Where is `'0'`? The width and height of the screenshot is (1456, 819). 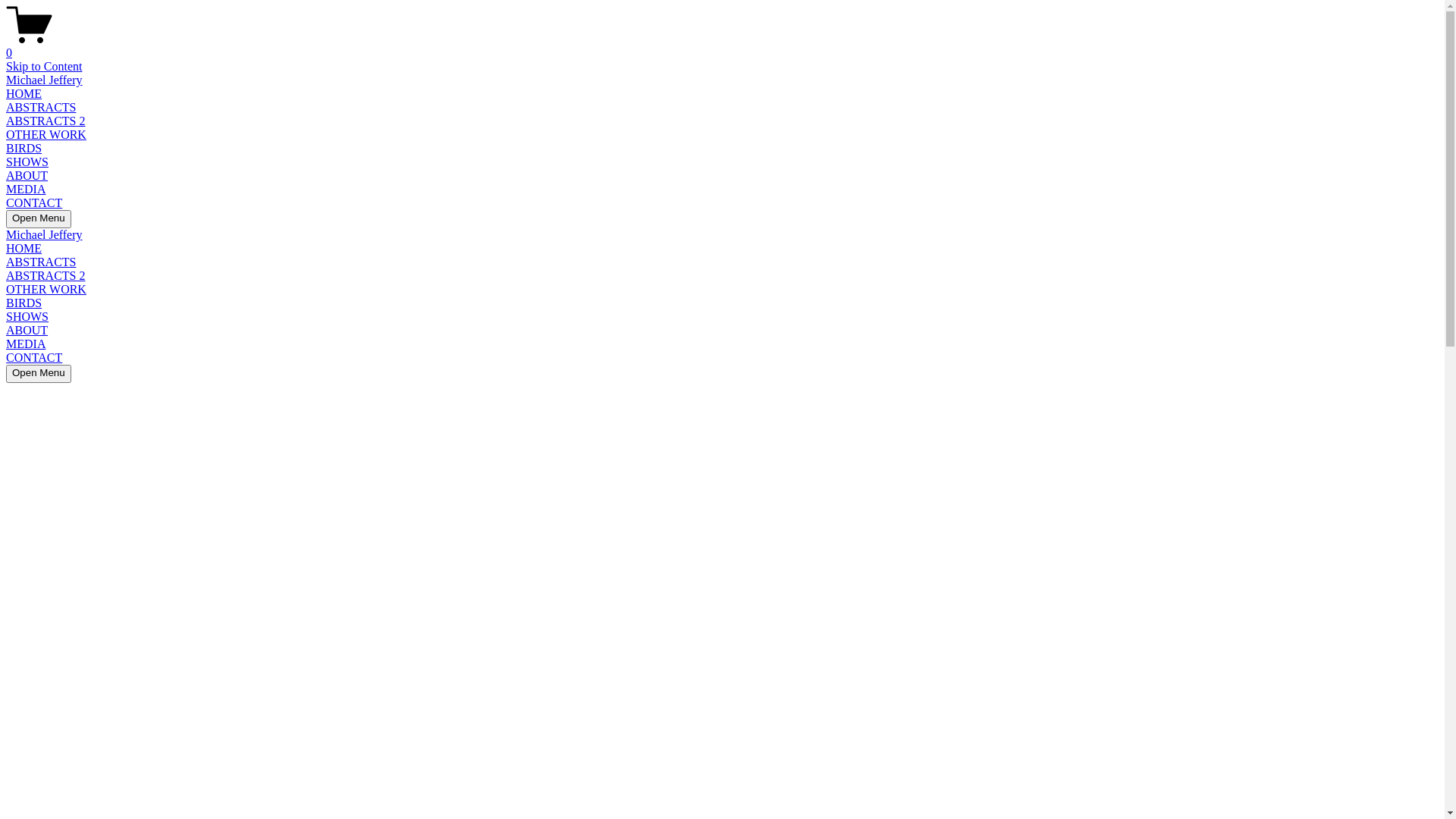 '0' is located at coordinates (6, 45).